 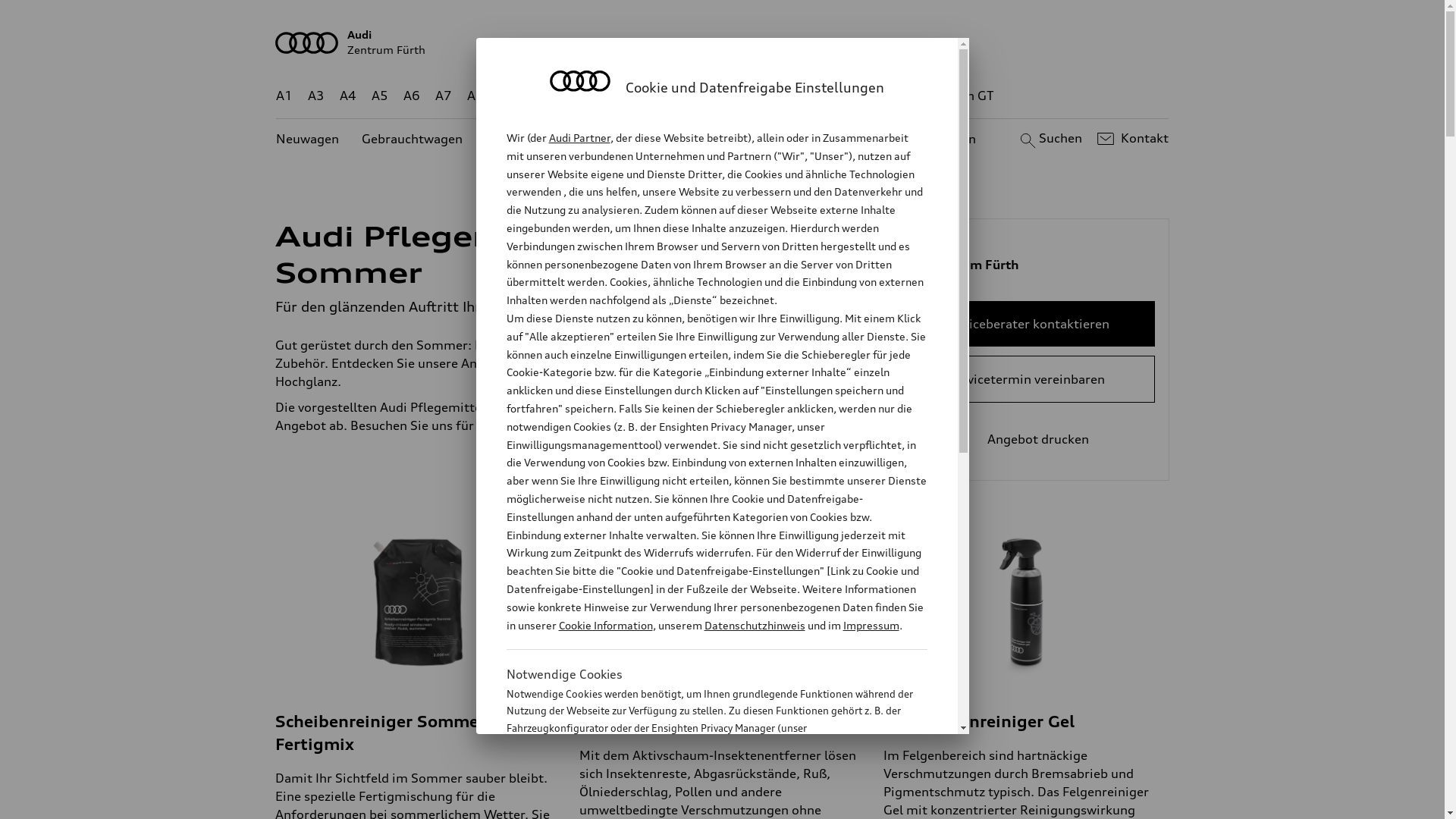 I want to click on 'Q4 e-tron', so click(x=563, y=96).